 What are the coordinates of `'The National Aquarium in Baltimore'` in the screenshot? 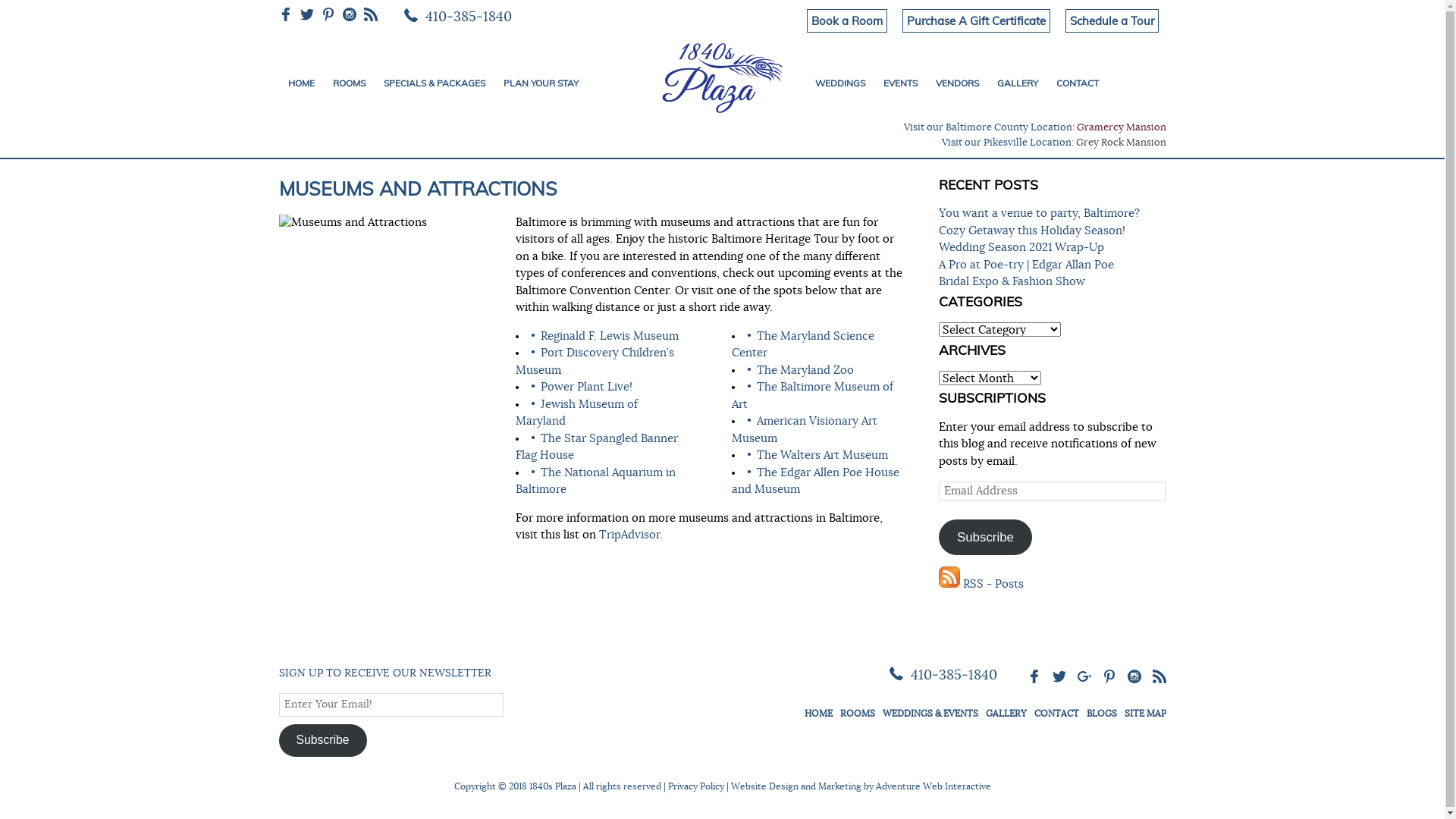 It's located at (516, 482).